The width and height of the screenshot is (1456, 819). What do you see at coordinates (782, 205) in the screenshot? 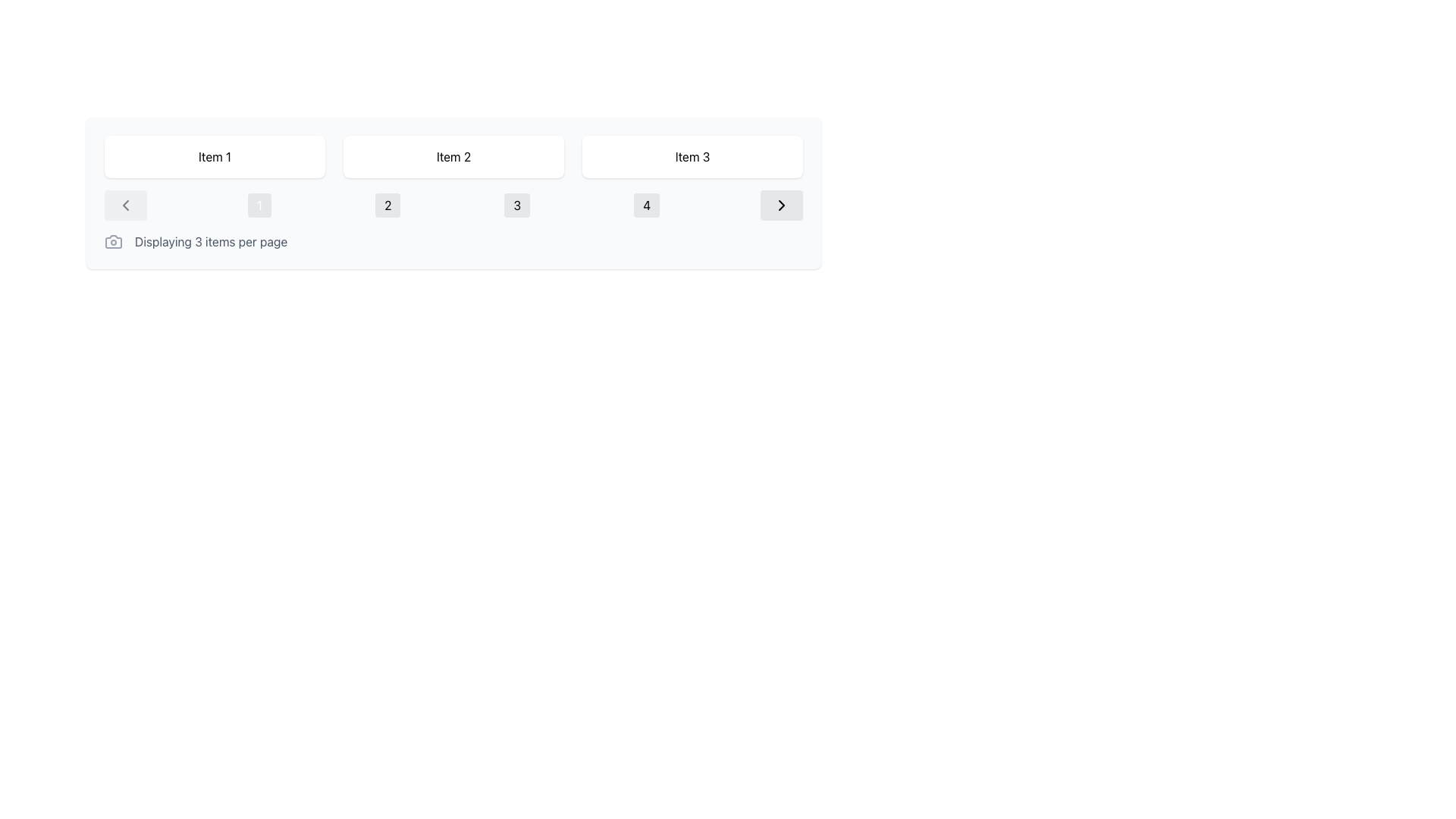
I see `the right-chevron navigation button in the pagination control area` at bounding box center [782, 205].